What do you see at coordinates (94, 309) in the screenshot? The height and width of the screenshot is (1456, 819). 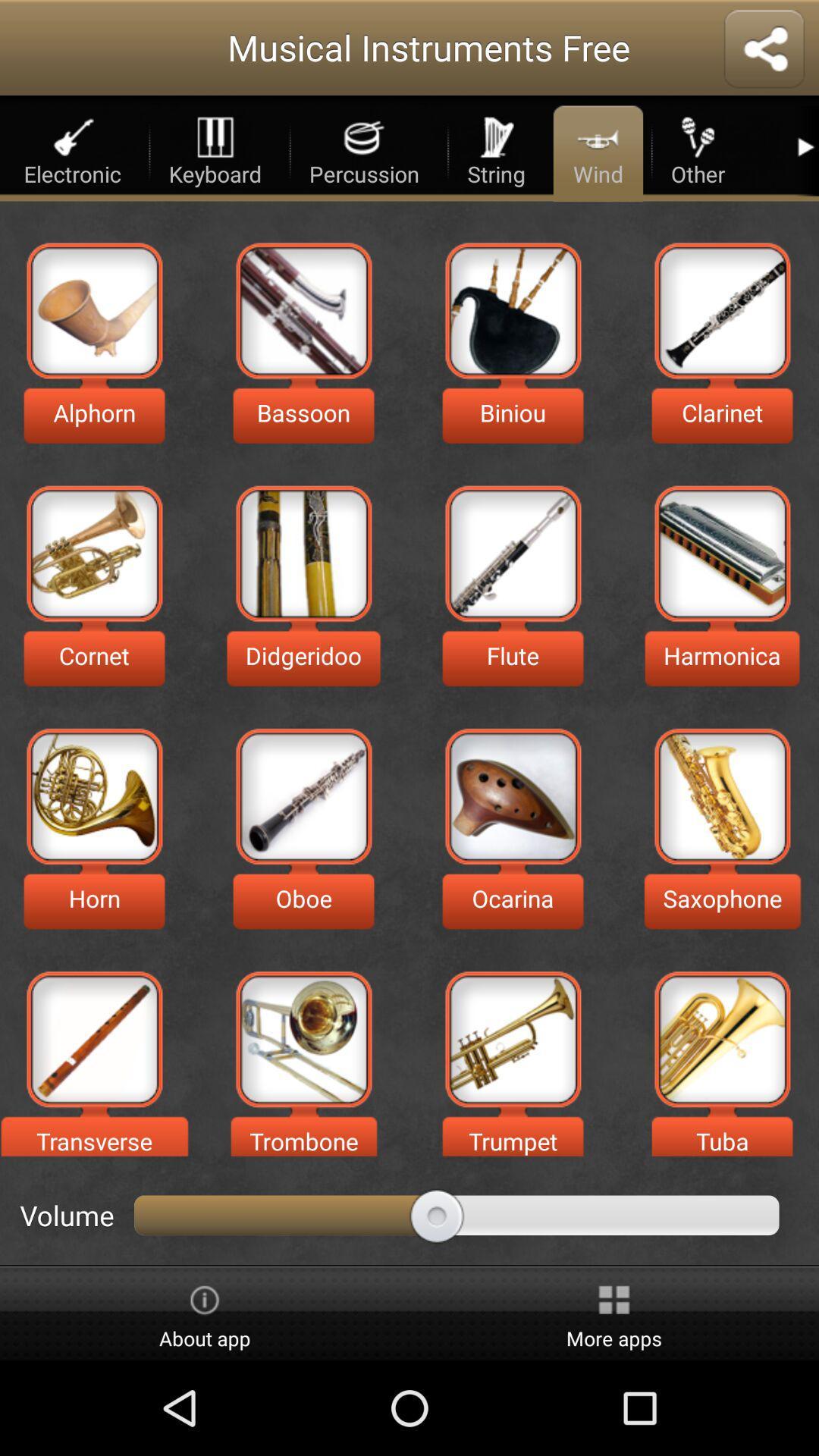 I see `plays alphorn music` at bounding box center [94, 309].